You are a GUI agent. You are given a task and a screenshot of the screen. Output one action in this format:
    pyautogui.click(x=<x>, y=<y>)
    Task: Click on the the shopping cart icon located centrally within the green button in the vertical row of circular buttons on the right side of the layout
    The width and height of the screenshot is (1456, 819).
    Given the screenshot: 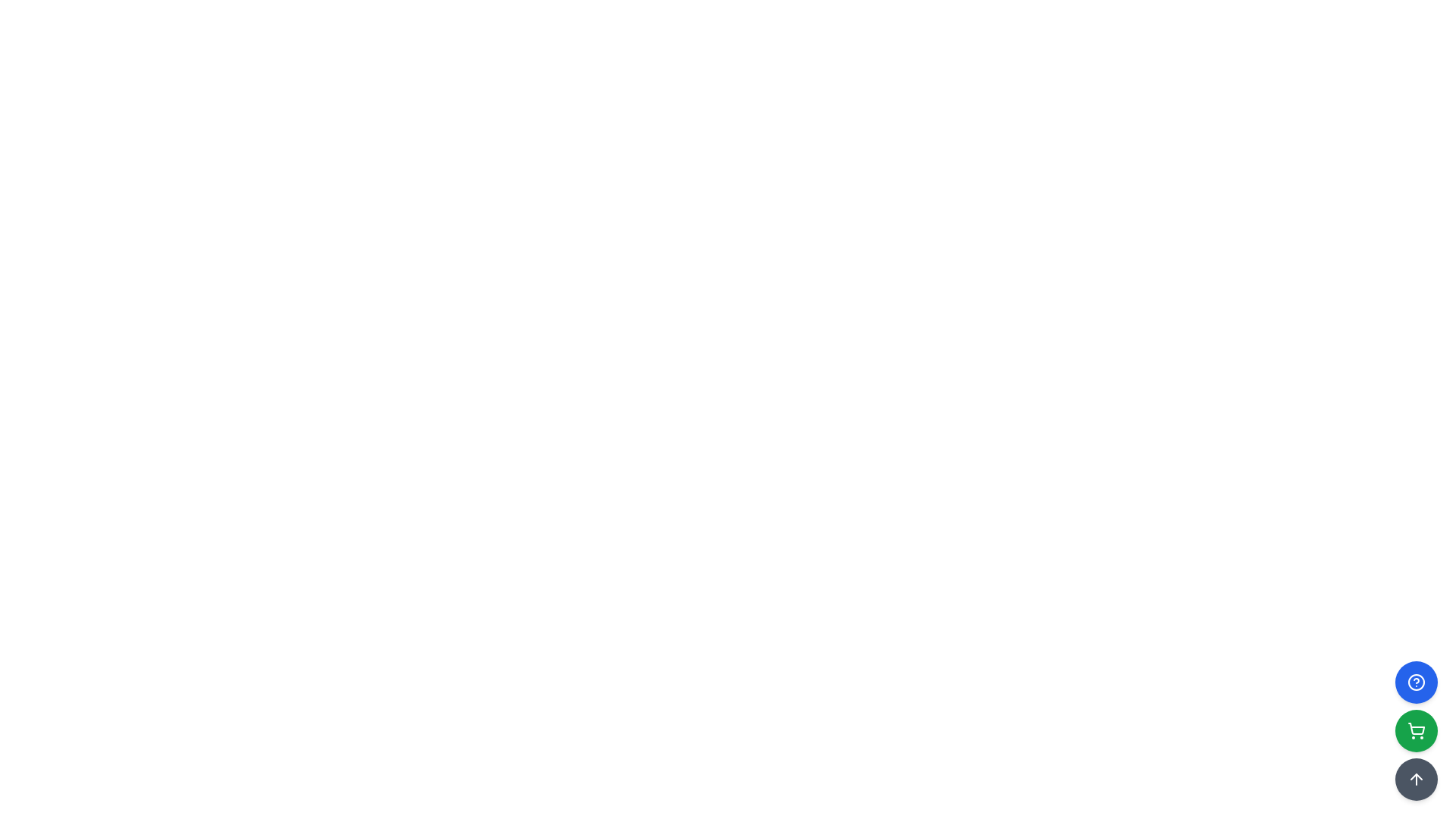 What is the action you would take?
    pyautogui.click(x=1416, y=728)
    